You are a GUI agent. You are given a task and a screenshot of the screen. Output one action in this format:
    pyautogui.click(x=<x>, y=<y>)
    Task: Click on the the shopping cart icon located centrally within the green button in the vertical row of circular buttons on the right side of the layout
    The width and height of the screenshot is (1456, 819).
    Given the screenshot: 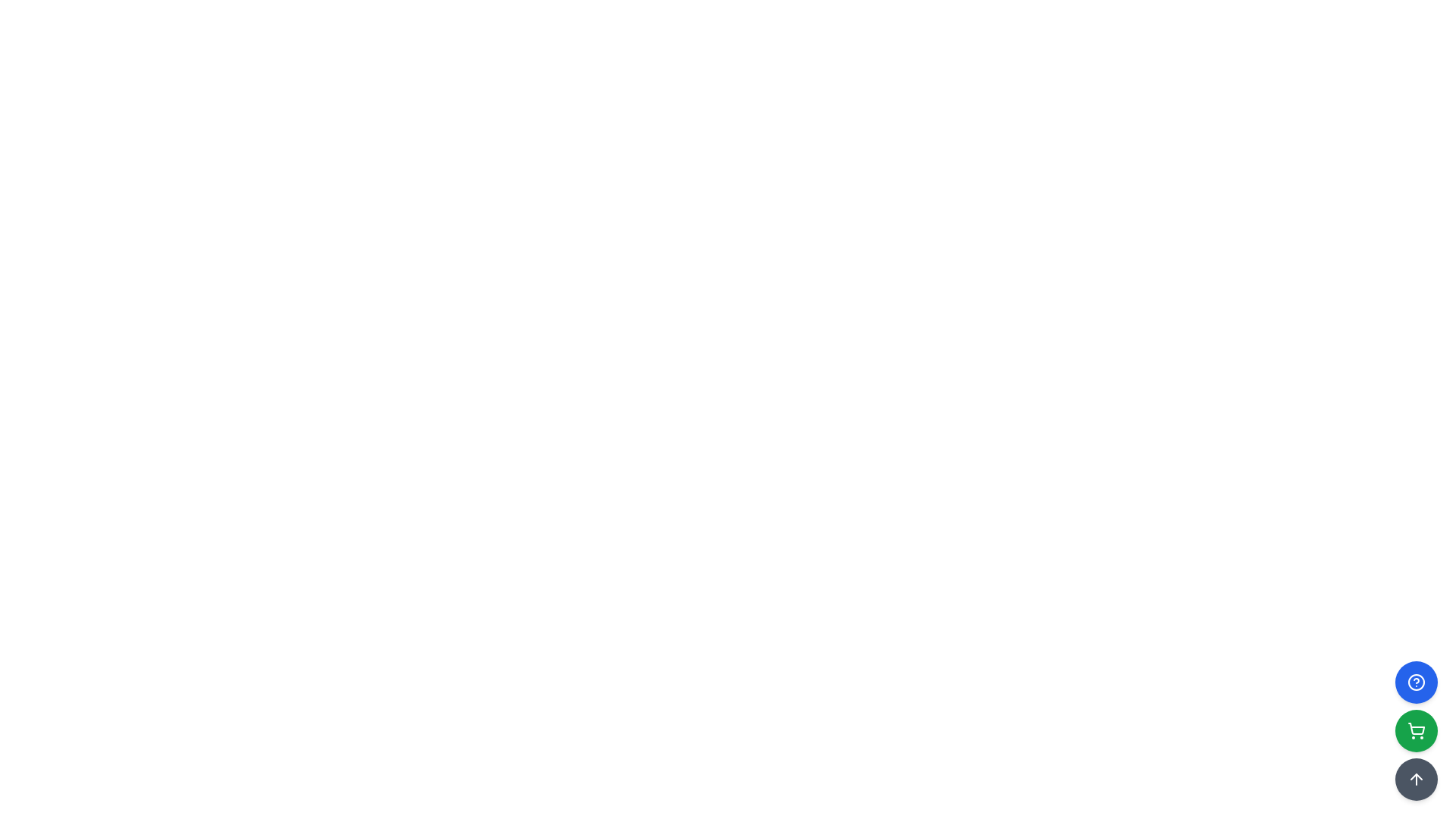 What is the action you would take?
    pyautogui.click(x=1416, y=728)
    